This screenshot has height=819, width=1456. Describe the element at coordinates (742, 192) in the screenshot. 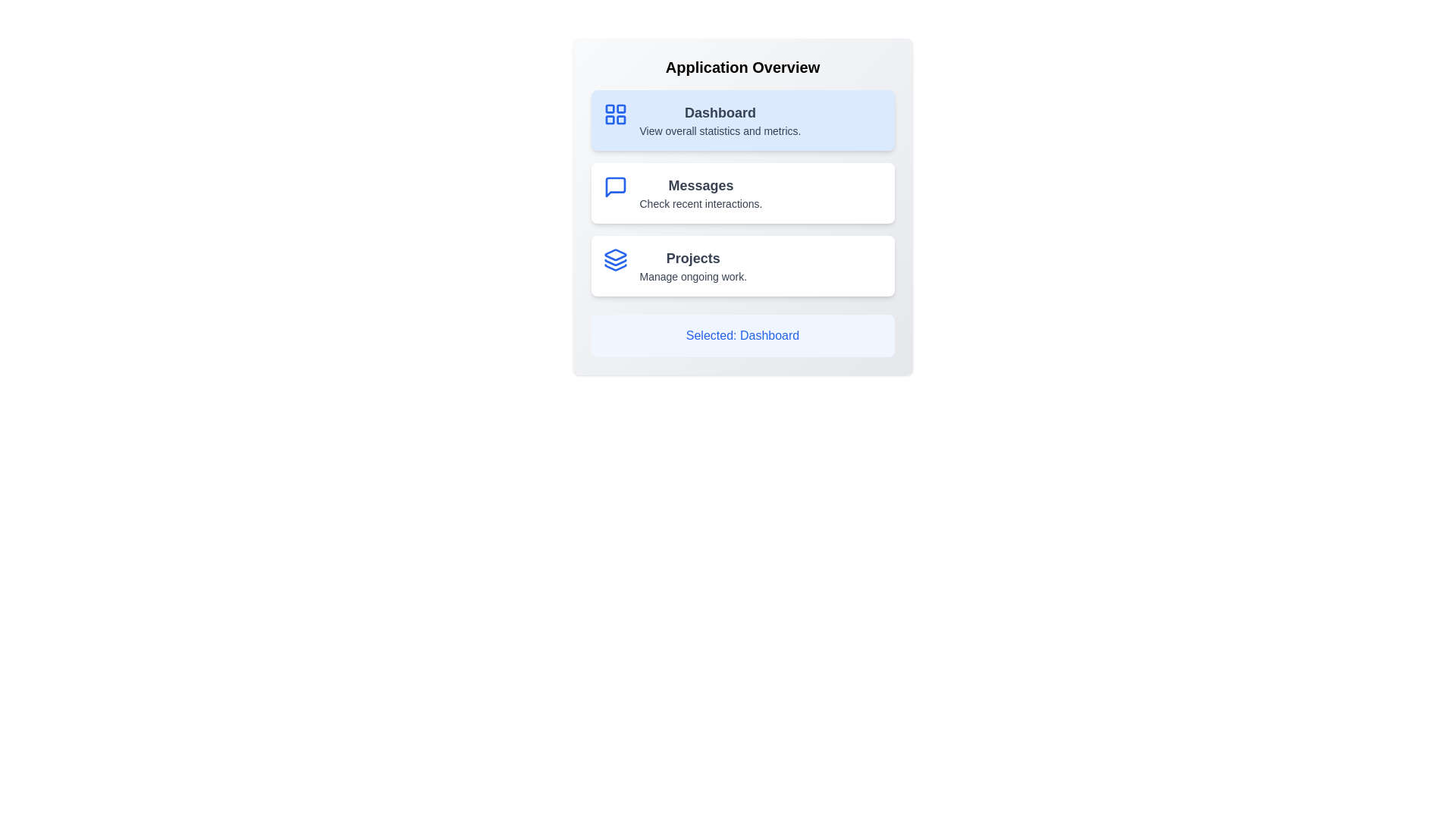

I see `the option Messages from the list` at that location.